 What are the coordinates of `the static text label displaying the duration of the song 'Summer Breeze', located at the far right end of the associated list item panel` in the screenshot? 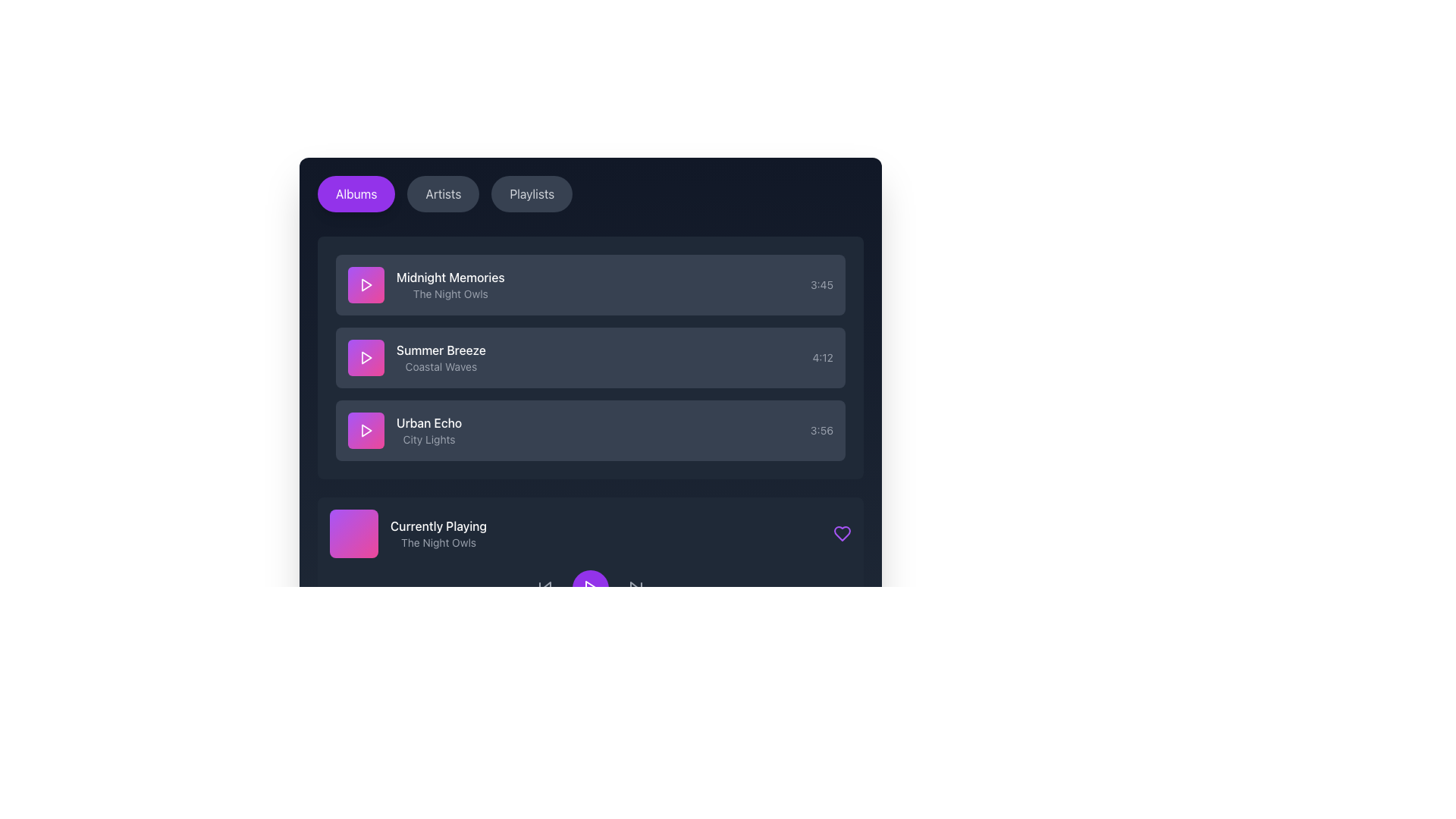 It's located at (822, 357).